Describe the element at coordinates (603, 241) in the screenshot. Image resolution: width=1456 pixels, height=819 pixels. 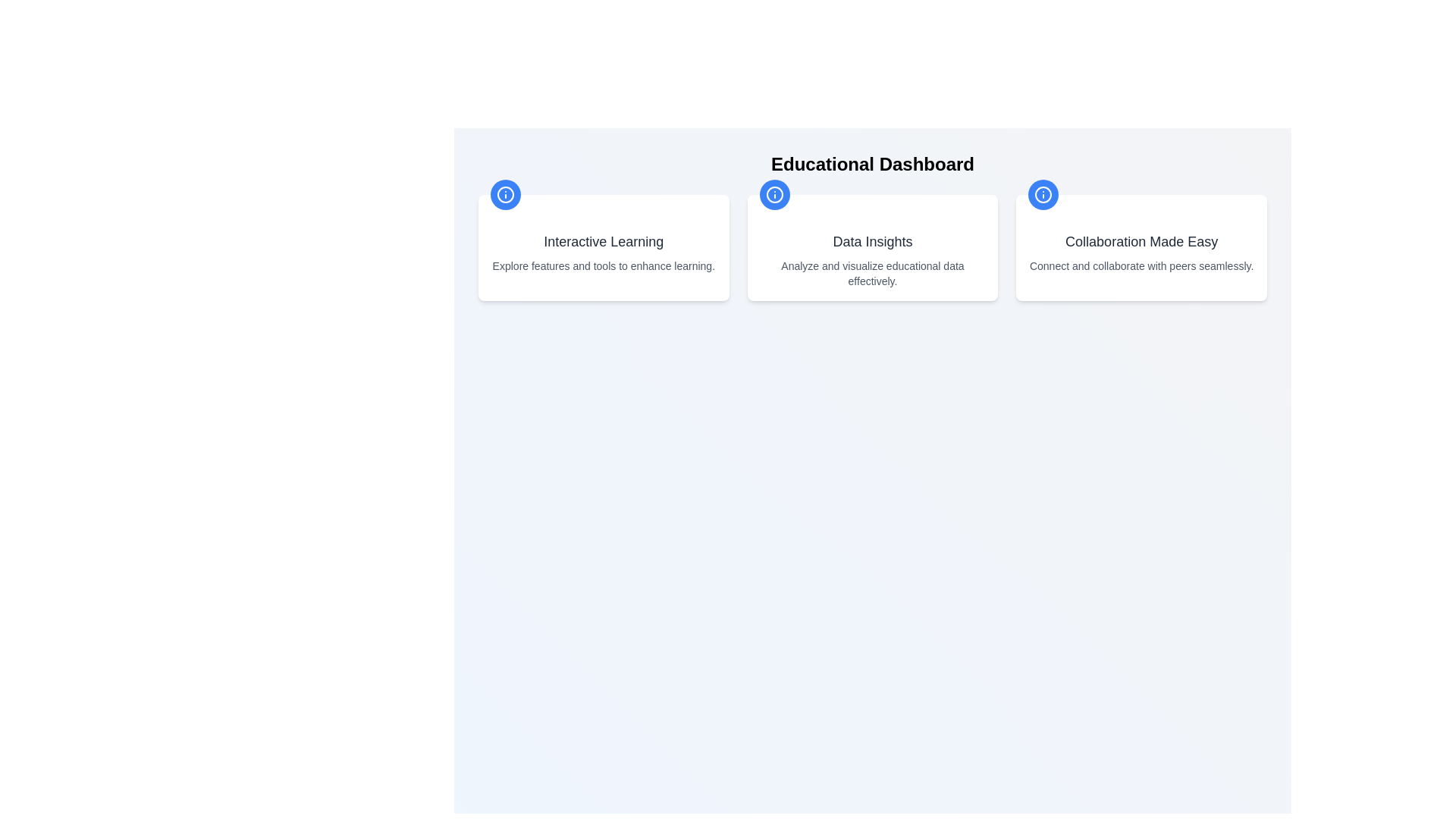
I see `the text element displaying 'Interactive Learning', which is the first title text in the leftmost card of three horizontally aligned cards, positioned above the smaller text block within a white rounded rectangle card` at that location.